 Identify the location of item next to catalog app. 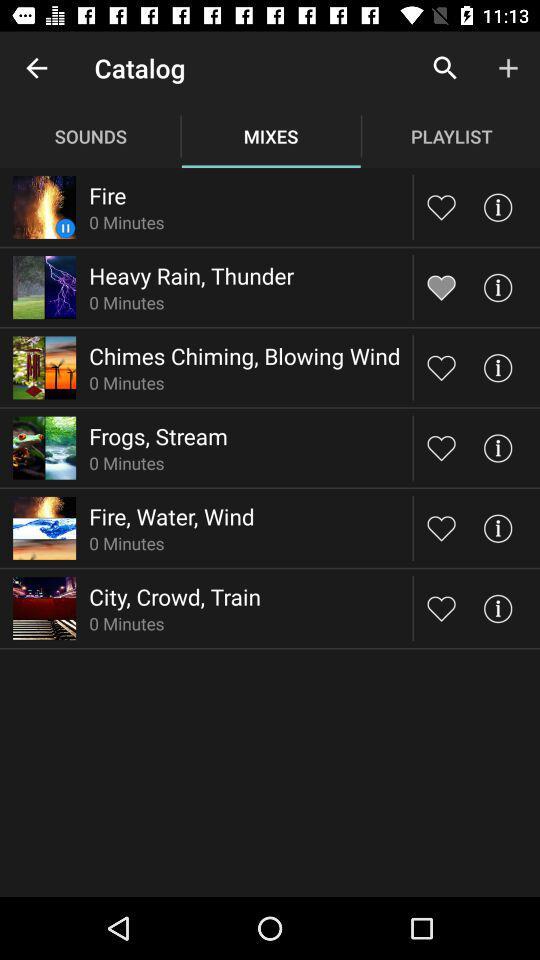
(36, 68).